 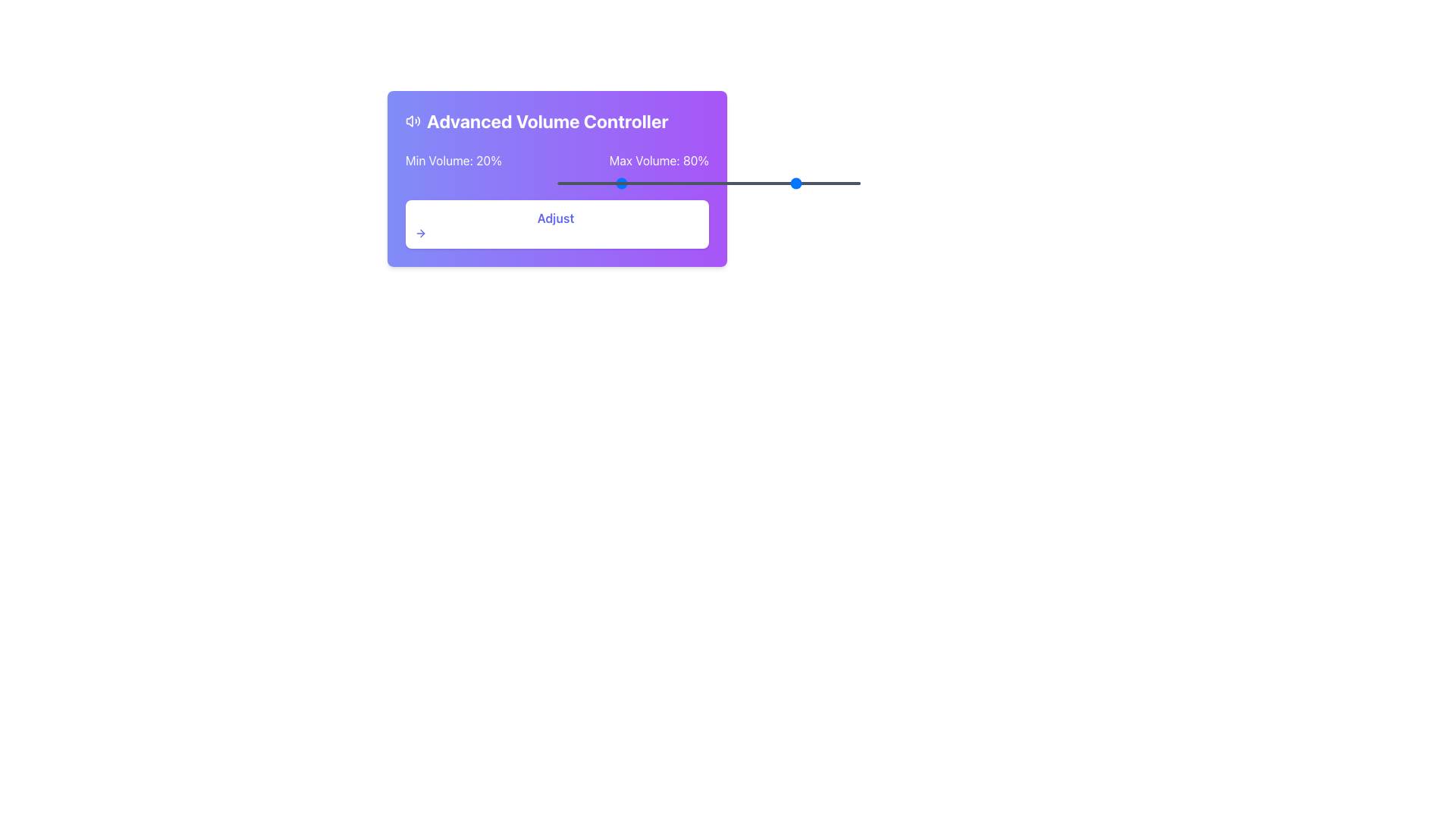 What do you see at coordinates (453, 161) in the screenshot?
I see `the text label displaying 'Min Volume: 20%' with white text on a purple gradient background, which is located in the upper-left section of the component` at bounding box center [453, 161].